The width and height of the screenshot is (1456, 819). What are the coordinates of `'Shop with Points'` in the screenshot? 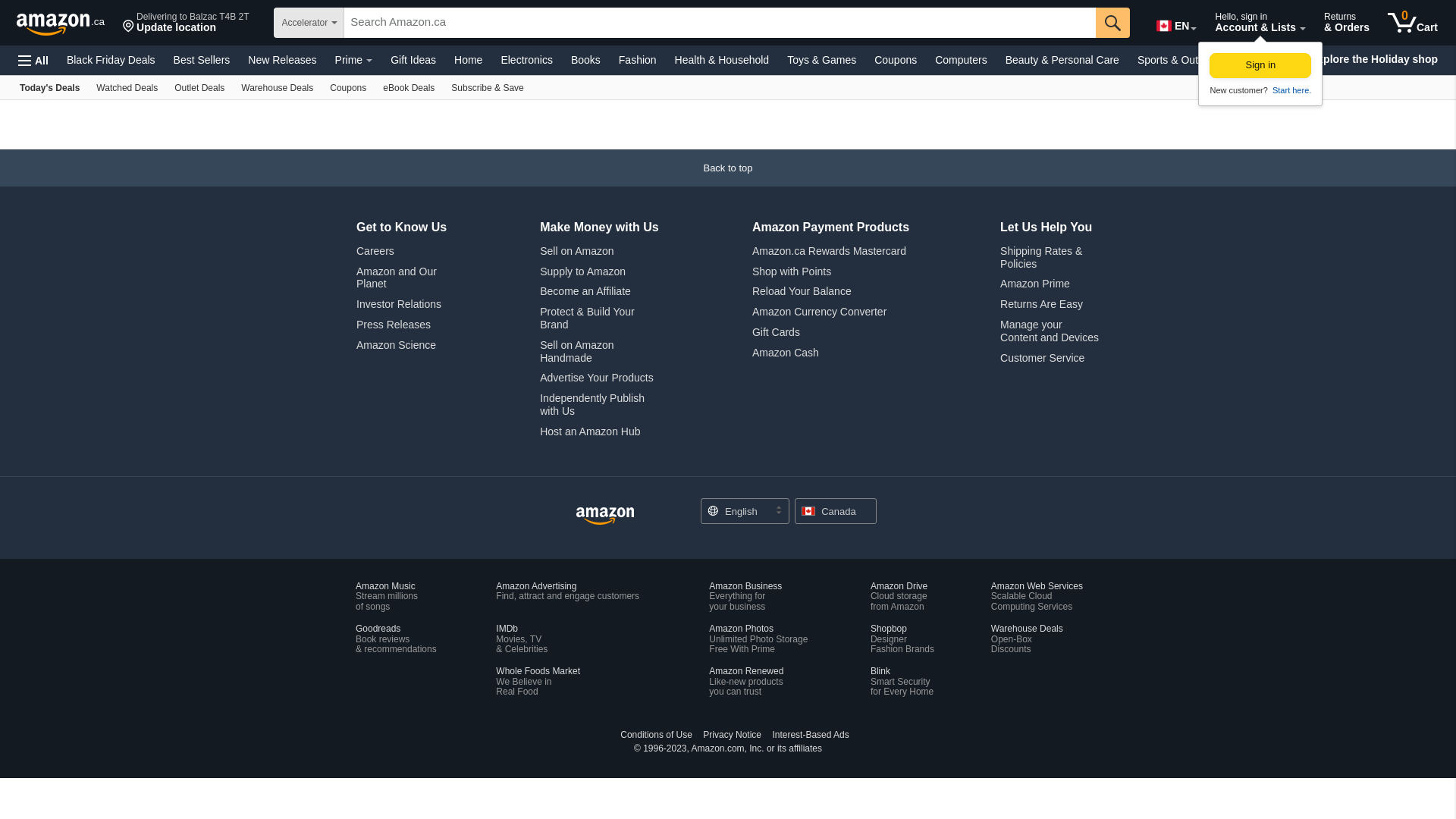 It's located at (790, 271).